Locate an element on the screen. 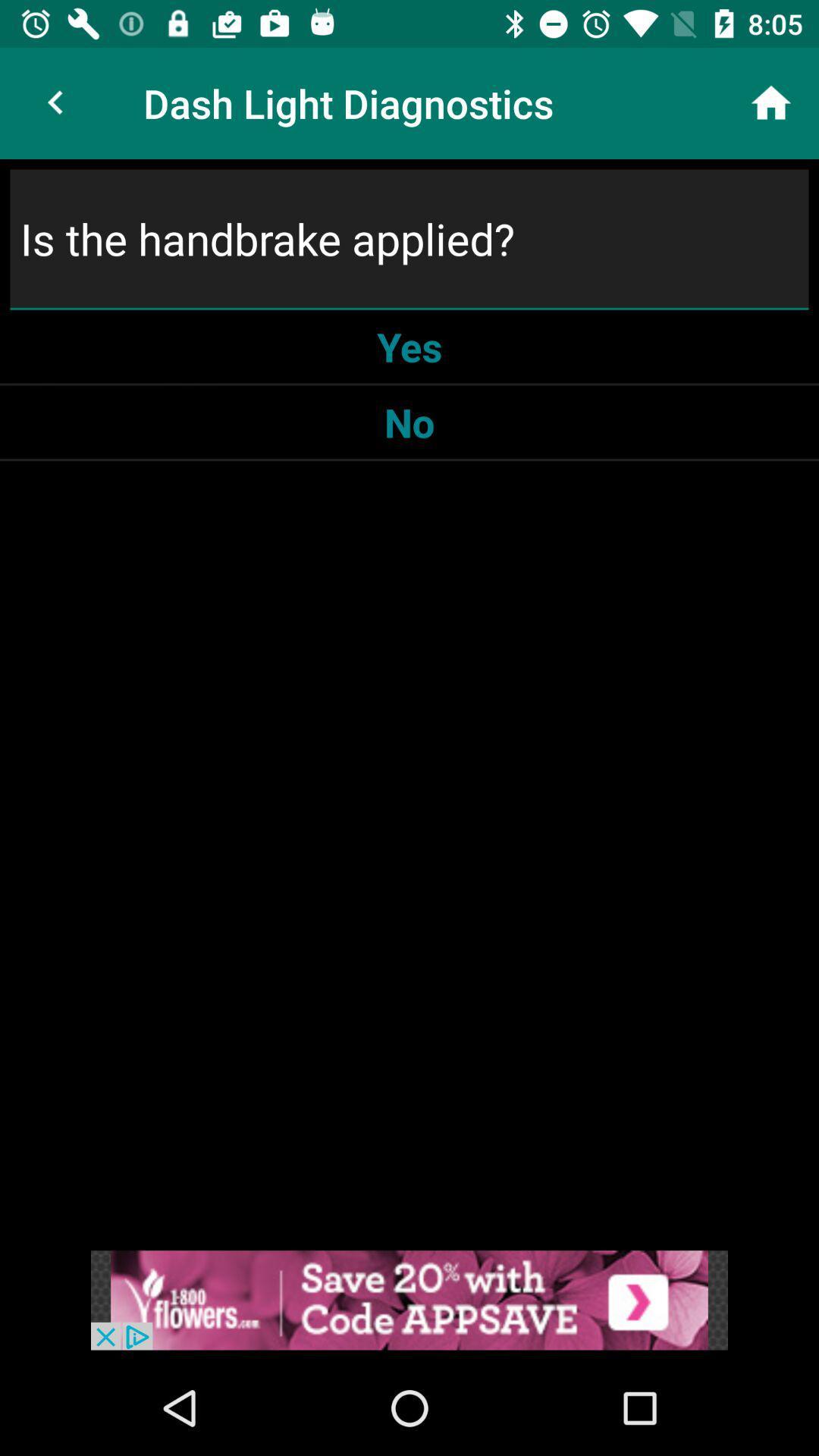 The width and height of the screenshot is (819, 1456). advertisement is located at coordinates (409, 1299).